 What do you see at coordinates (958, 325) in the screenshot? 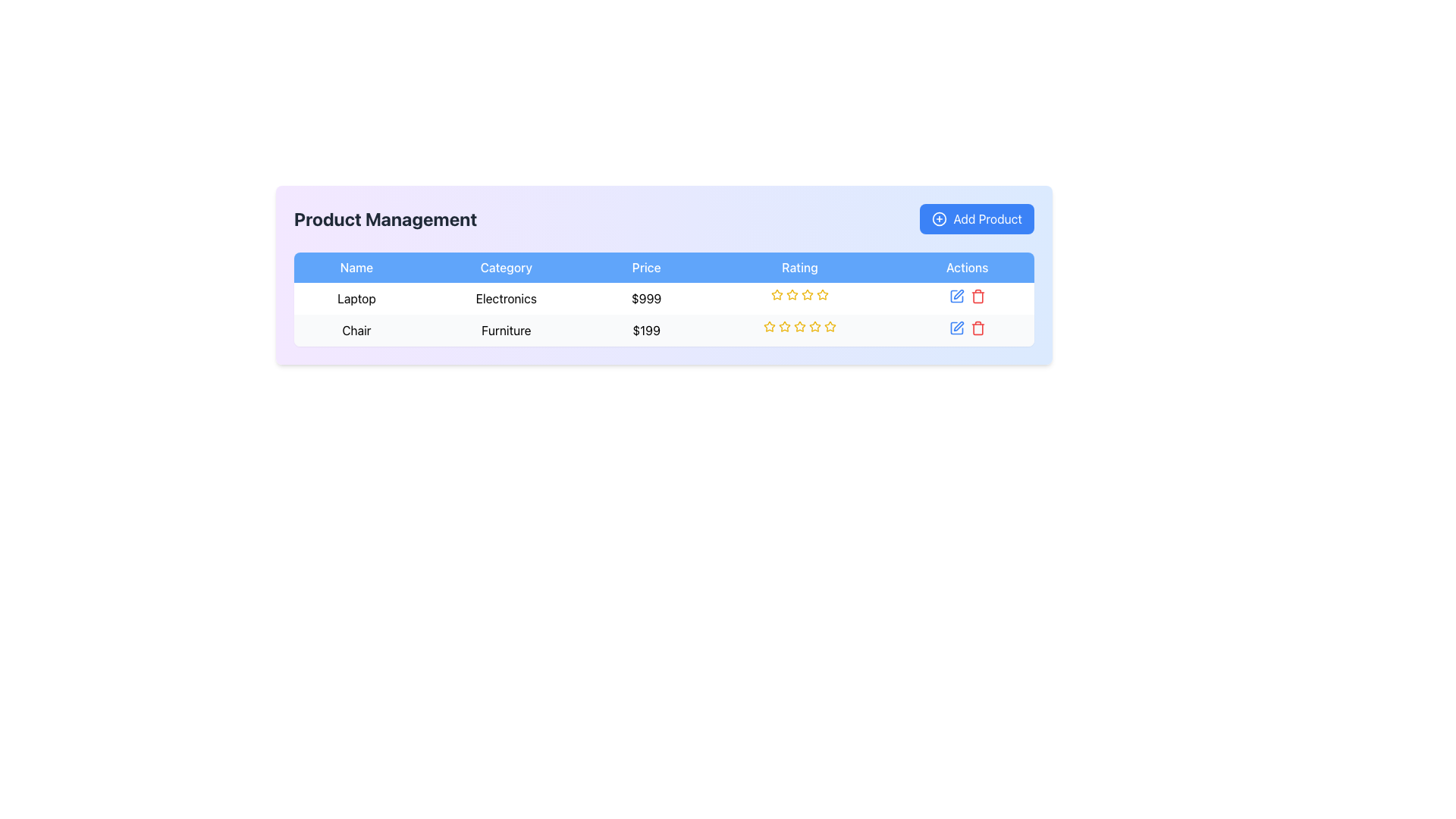
I see `the pen icon button located in the 'Actions' column of the second row in the product table` at bounding box center [958, 325].